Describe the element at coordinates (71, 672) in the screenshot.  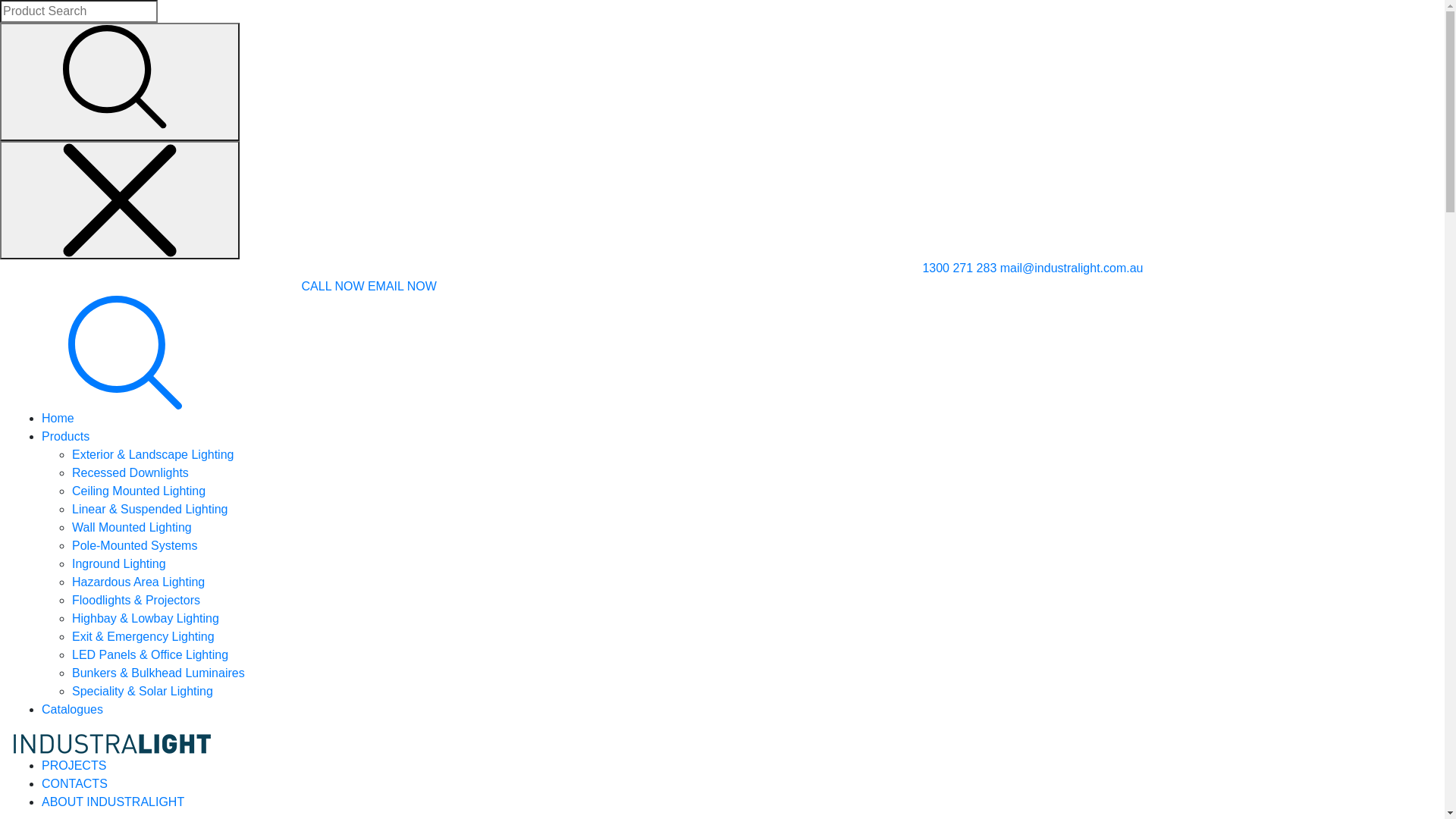
I see `'Bunkers & Bulkhead Luminaires'` at that location.